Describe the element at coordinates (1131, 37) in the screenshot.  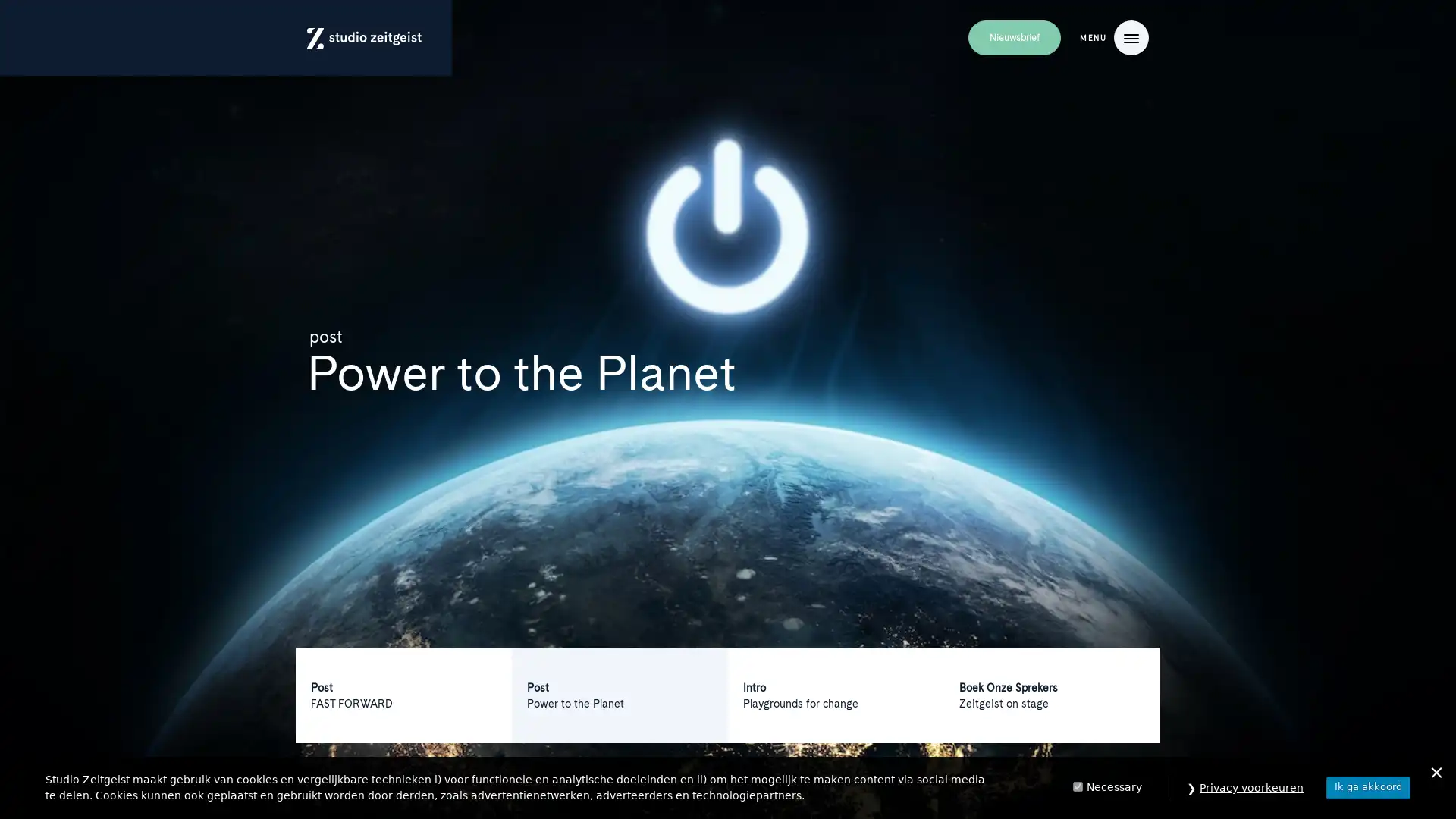
I see `Toggle navigation` at that location.